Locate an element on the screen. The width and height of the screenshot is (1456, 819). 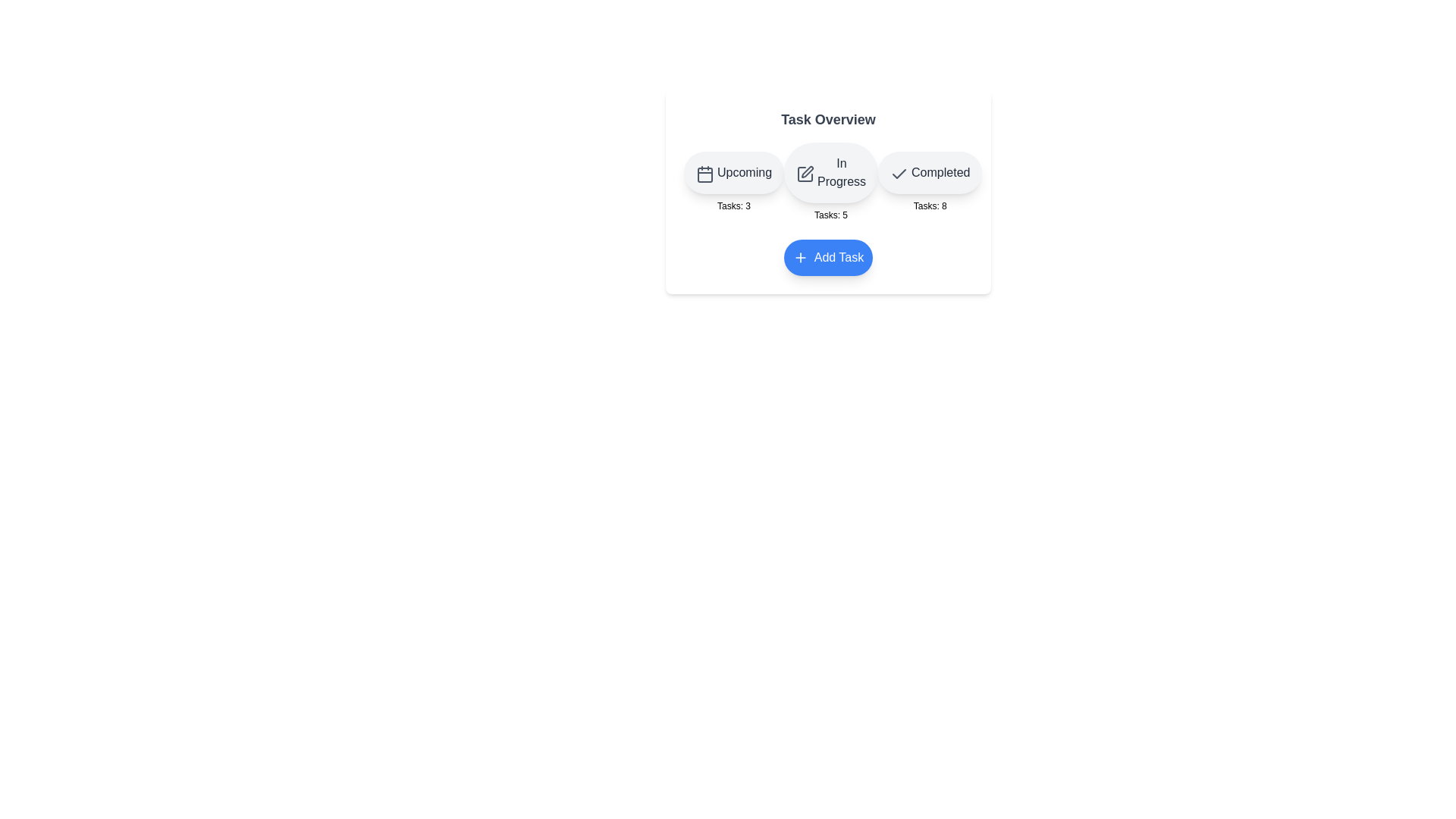
the Completed button to interact with the corresponding category is located at coordinates (928, 171).